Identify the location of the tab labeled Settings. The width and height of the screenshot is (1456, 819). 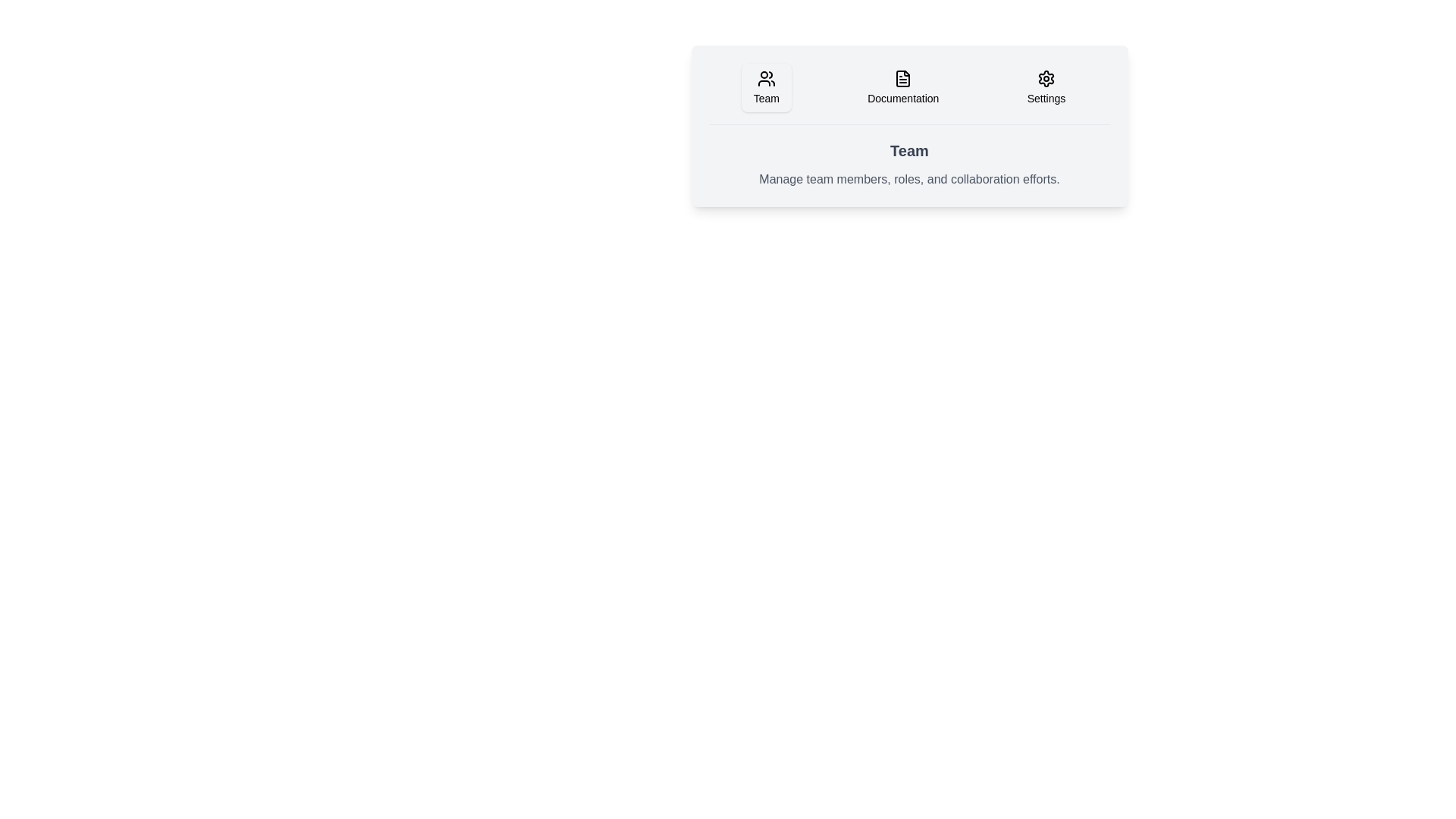
(1046, 87).